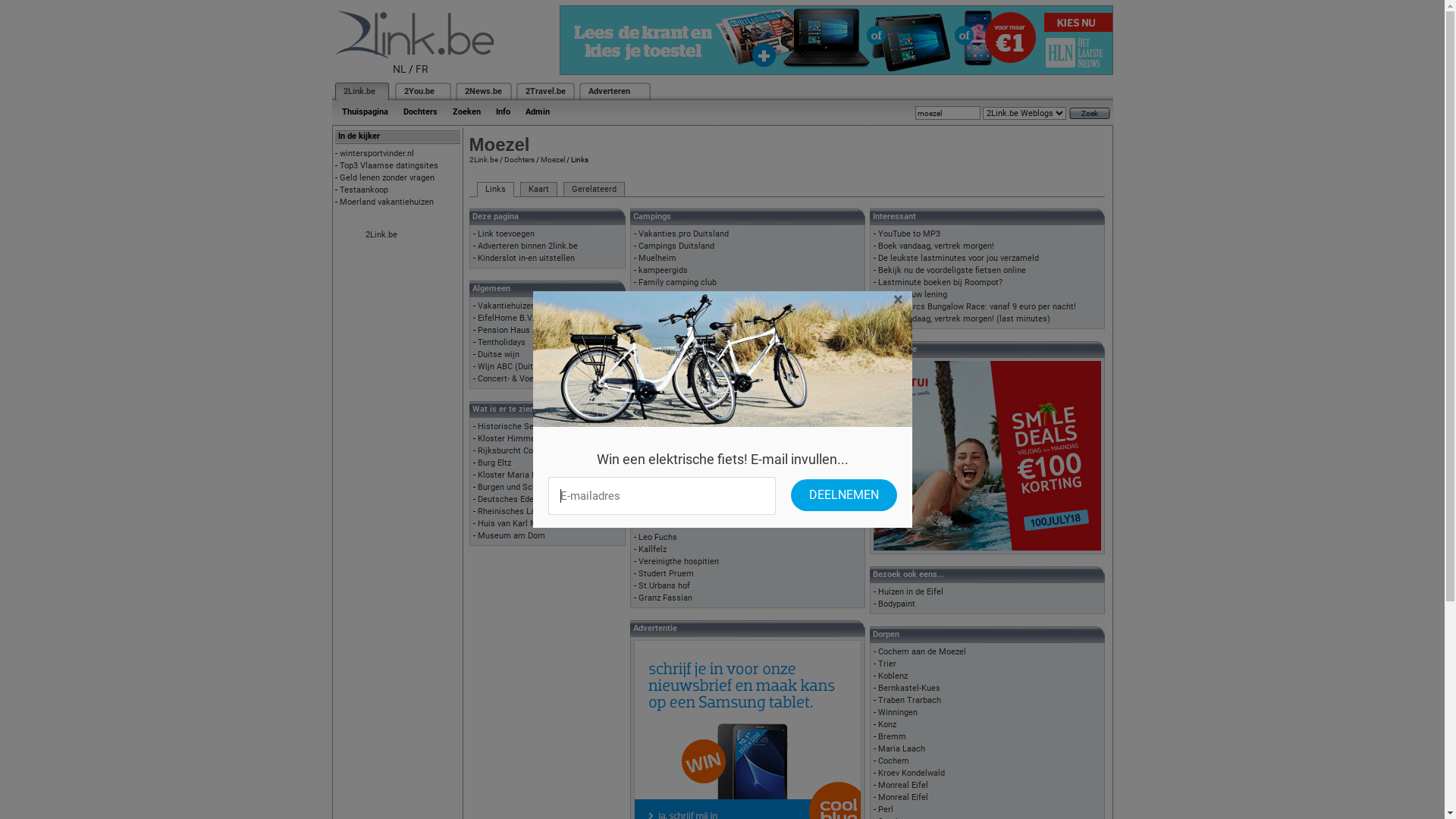 The height and width of the screenshot is (819, 1456). I want to click on 'Campings Duitsland', so click(676, 245).